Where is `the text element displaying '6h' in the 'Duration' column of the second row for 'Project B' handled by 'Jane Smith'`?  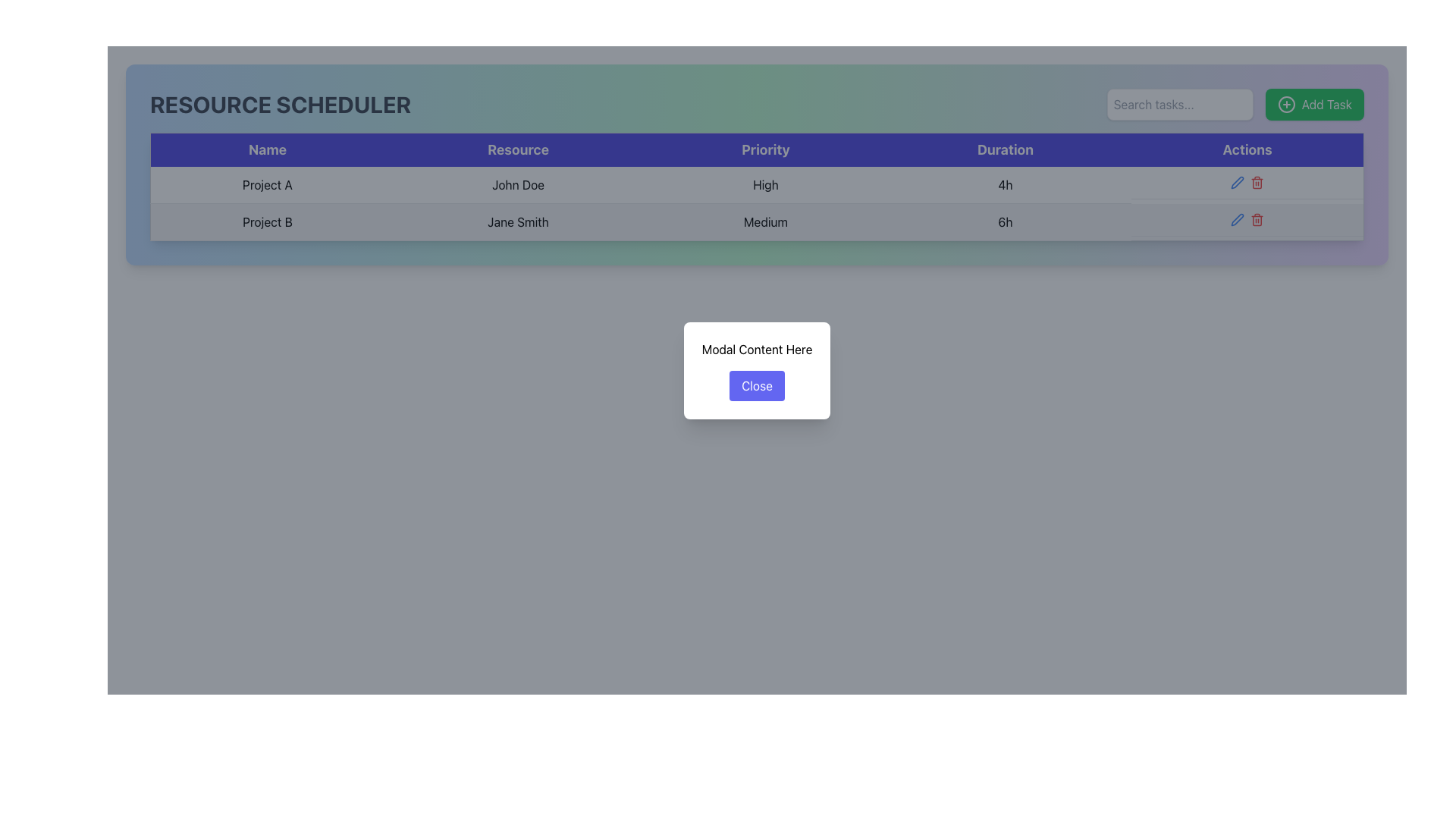
the text element displaying '6h' in the 'Duration' column of the second row for 'Project B' handled by 'Jane Smith' is located at coordinates (1005, 222).